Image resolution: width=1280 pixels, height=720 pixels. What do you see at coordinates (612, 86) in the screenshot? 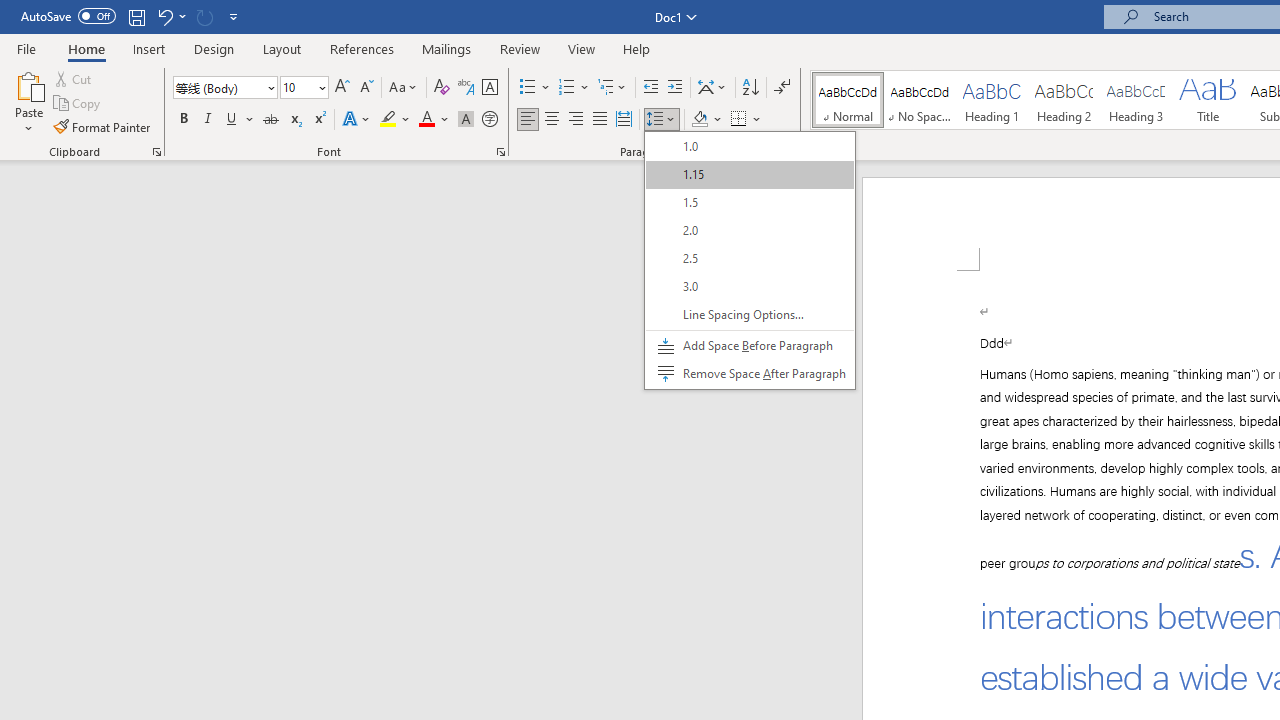
I see `'Multilevel List'` at bounding box center [612, 86].